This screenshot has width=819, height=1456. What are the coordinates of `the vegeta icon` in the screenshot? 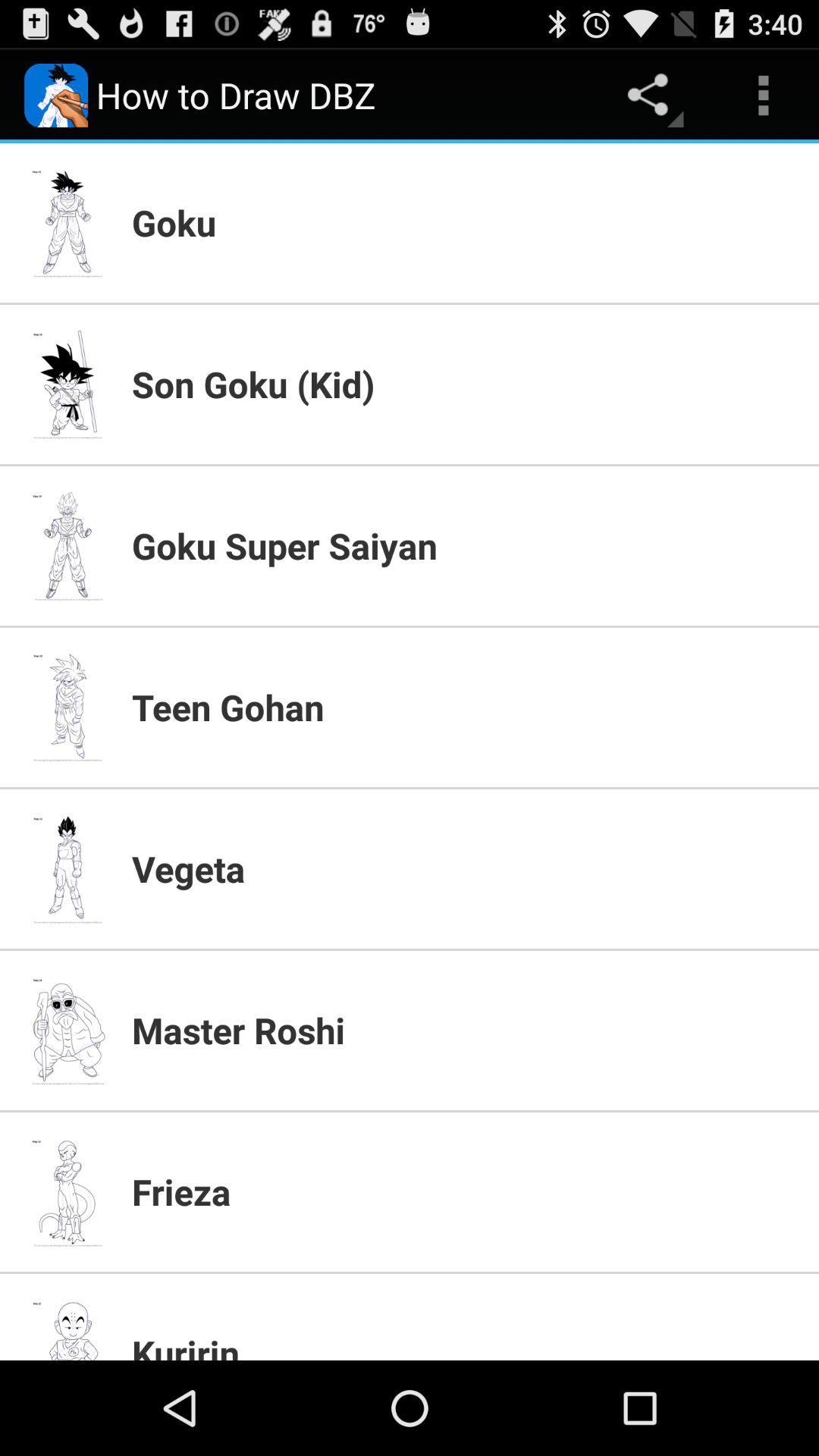 It's located at (465, 868).